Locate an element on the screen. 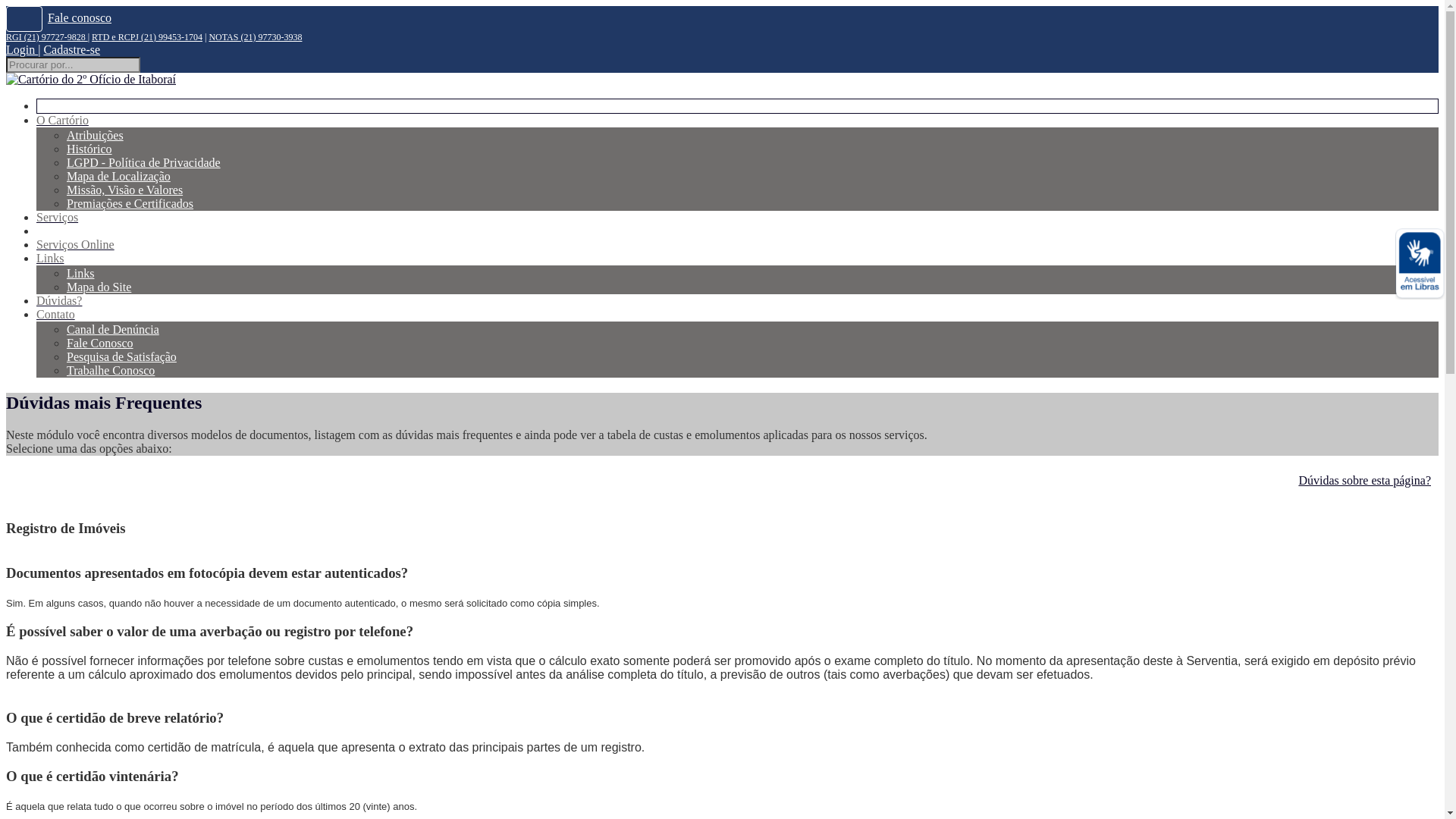 The width and height of the screenshot is (1456, 819). 'Contato' is located at coordinates (55, 313).